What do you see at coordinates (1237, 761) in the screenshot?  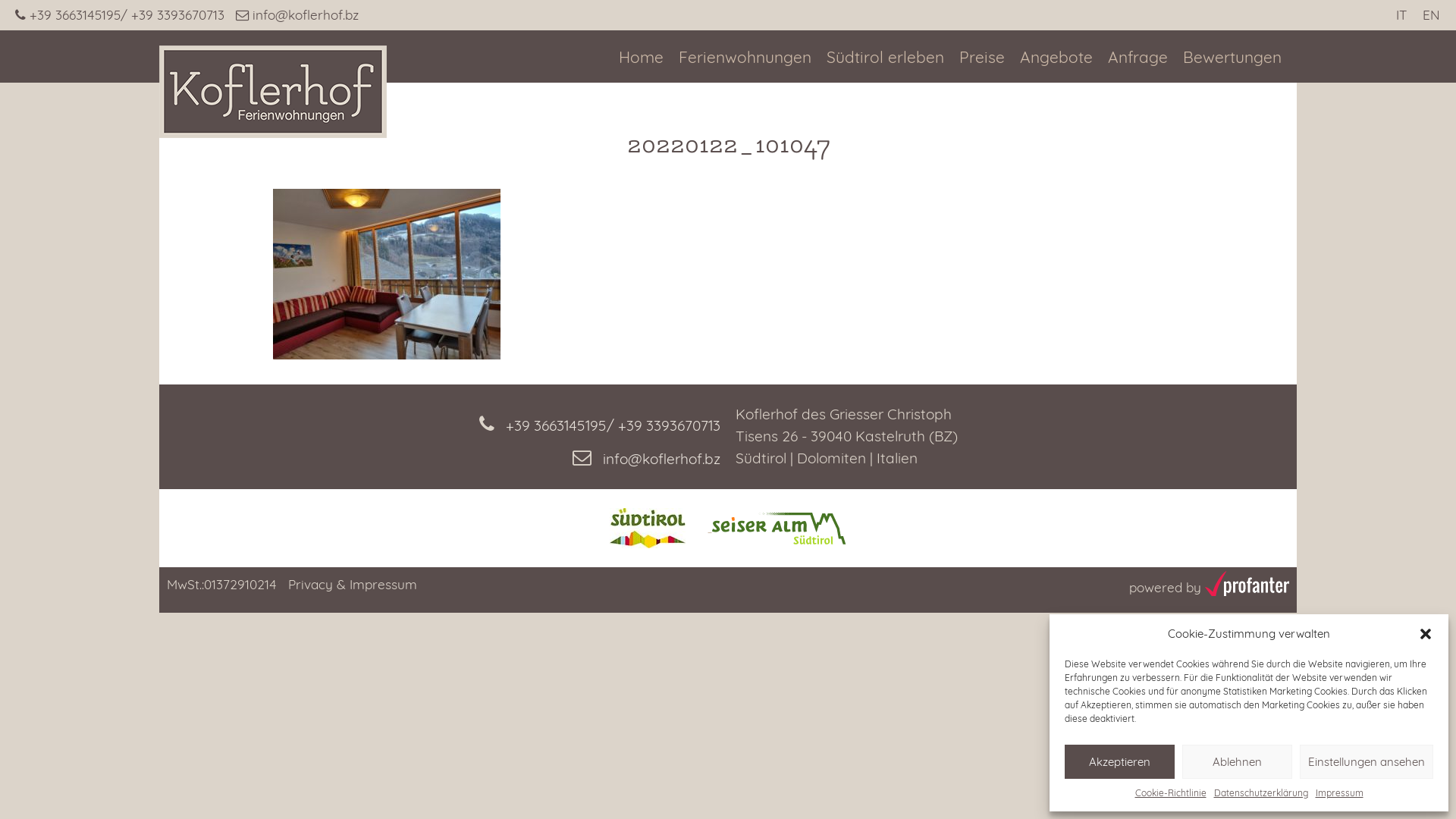 I see `'Ablehnen'` at bounding box center [1237, 761].